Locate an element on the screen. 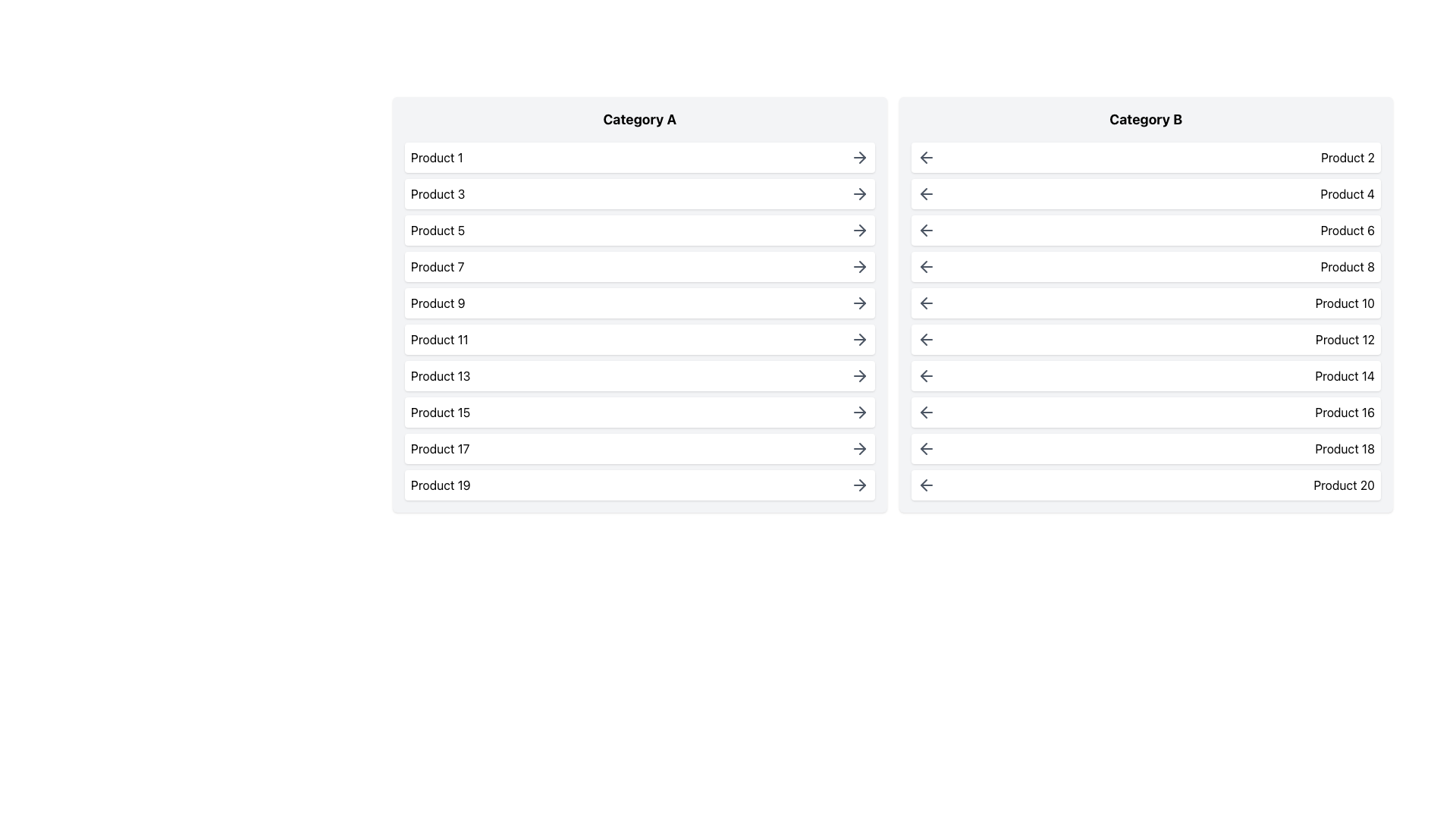 The height and width of the screenshot is (819, 1456). the forward action icon button located in the right-hand column of 'Category A' aligned with 'Product 13' is located at coordinates (862, 375).